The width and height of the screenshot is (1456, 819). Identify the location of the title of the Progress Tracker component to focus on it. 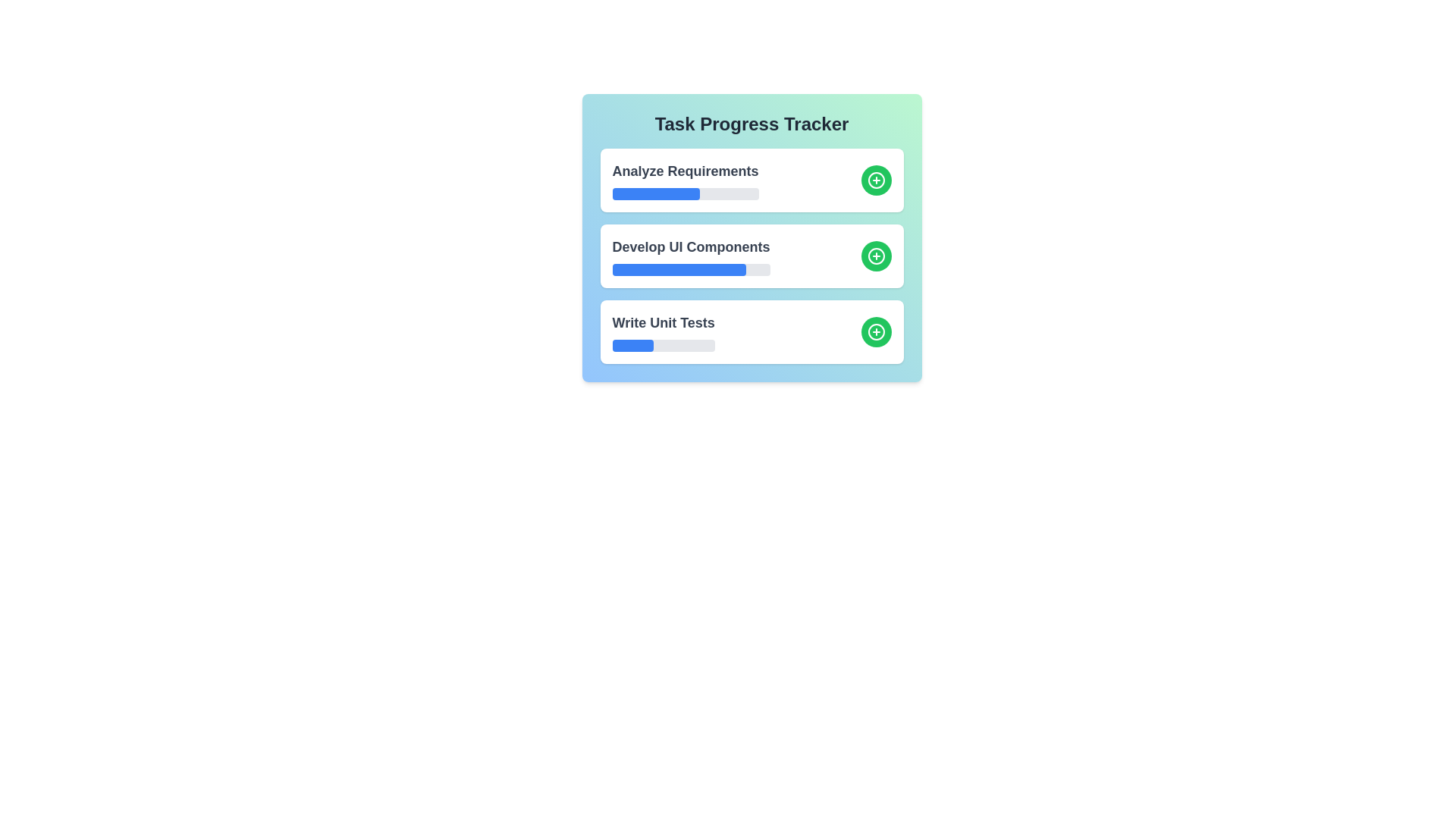
(752, 124).